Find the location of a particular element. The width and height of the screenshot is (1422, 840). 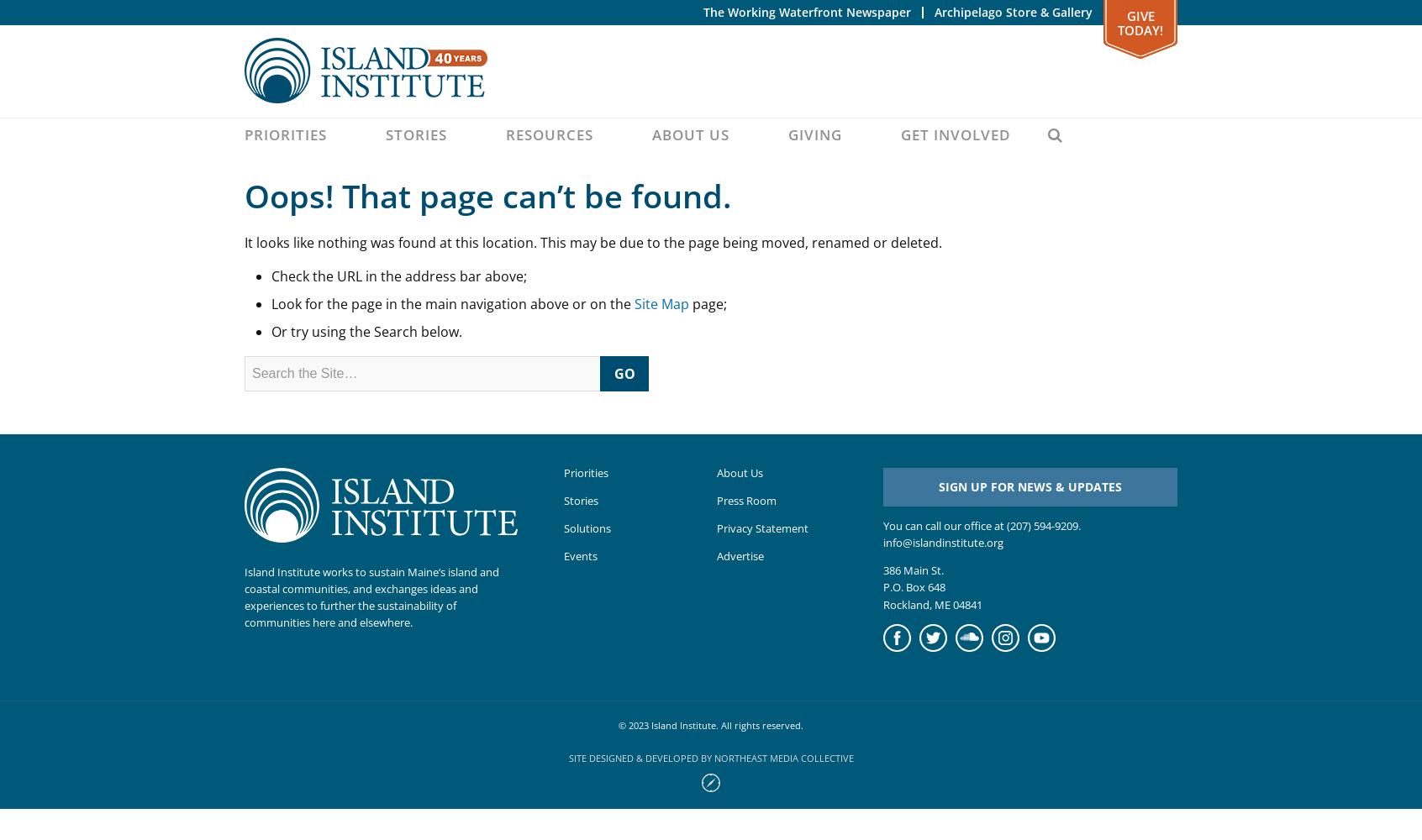

'Privacy Statement' is located at coordinates (761, 528).